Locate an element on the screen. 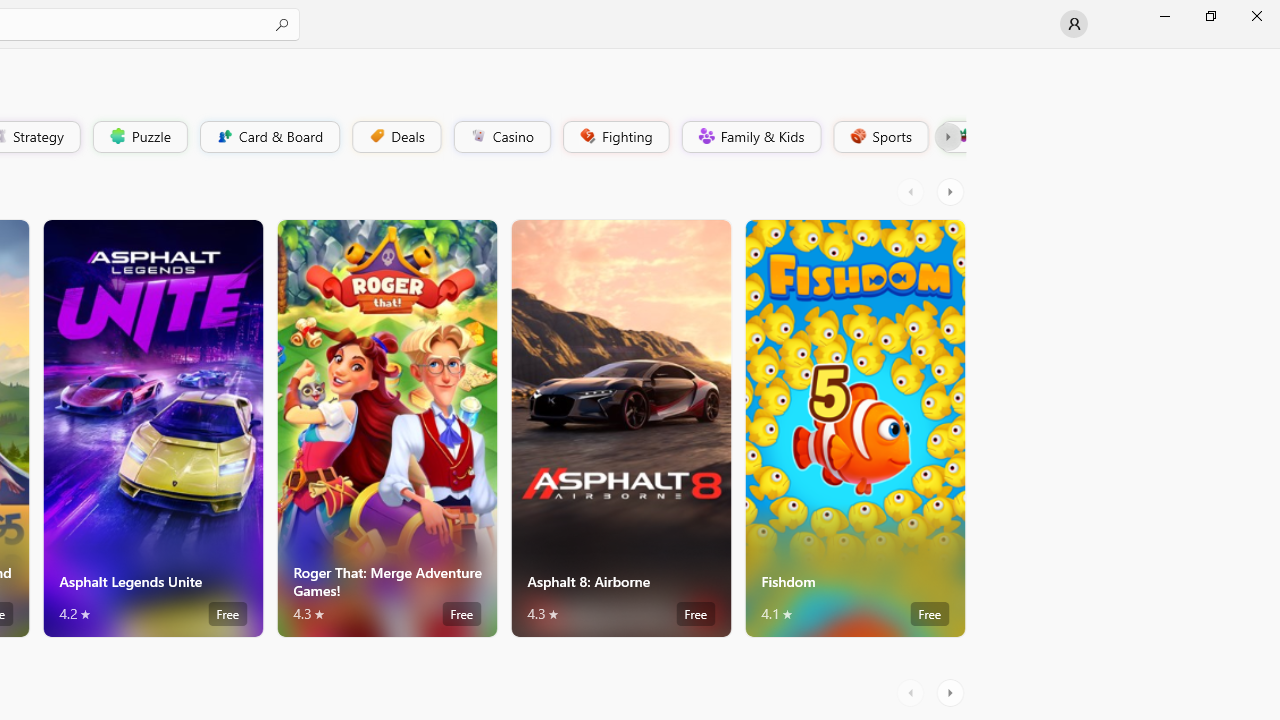 This screenshot has height=720, width=1280. 'Class: Button' is located at coordinates (946, 135).